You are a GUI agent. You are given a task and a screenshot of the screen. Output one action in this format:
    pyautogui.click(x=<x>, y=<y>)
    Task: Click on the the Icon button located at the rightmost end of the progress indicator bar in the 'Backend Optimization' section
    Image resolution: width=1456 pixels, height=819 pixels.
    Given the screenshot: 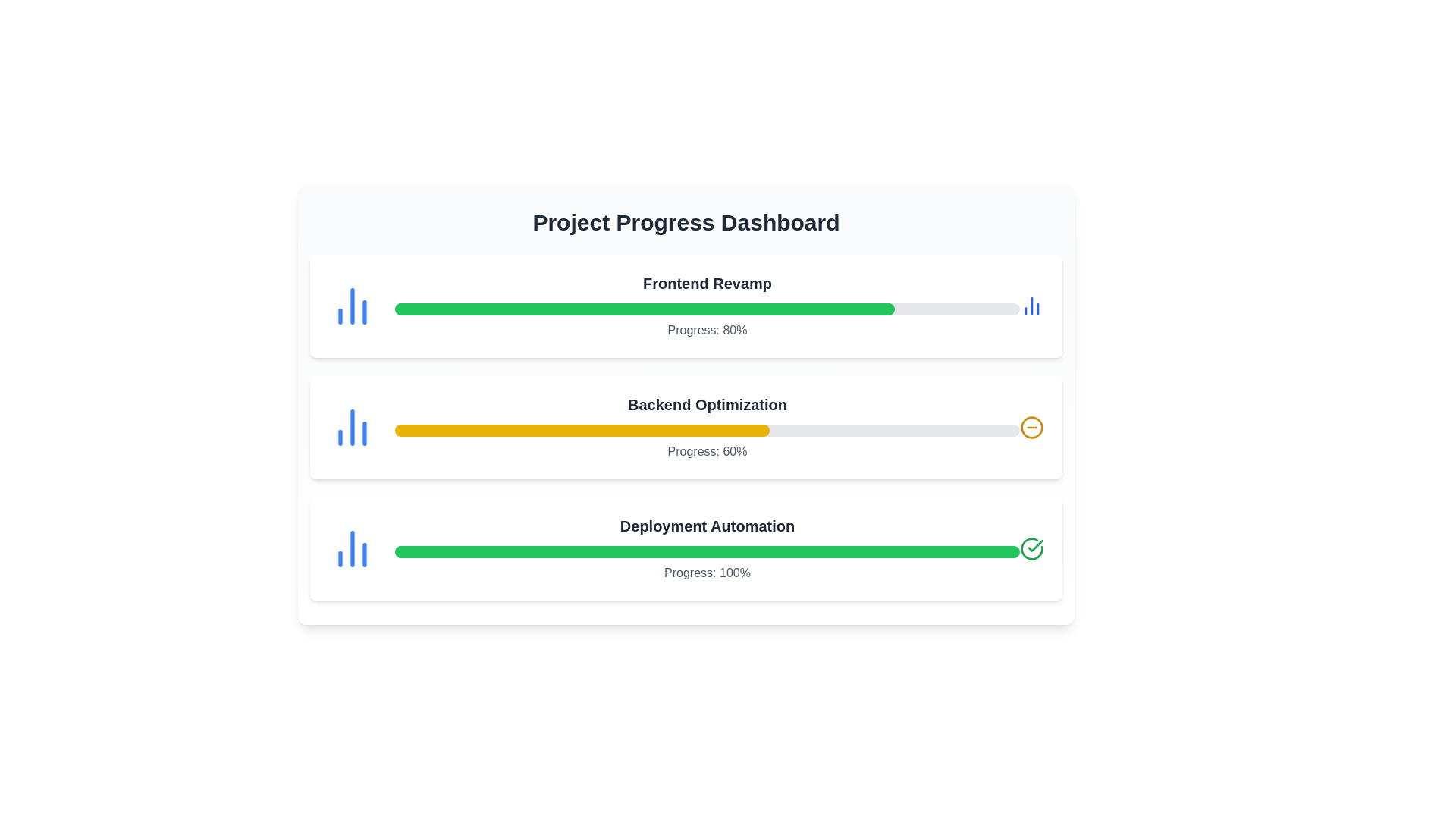 What is the action you would take?
    pyautogui.click(x=1031, y=427)
    